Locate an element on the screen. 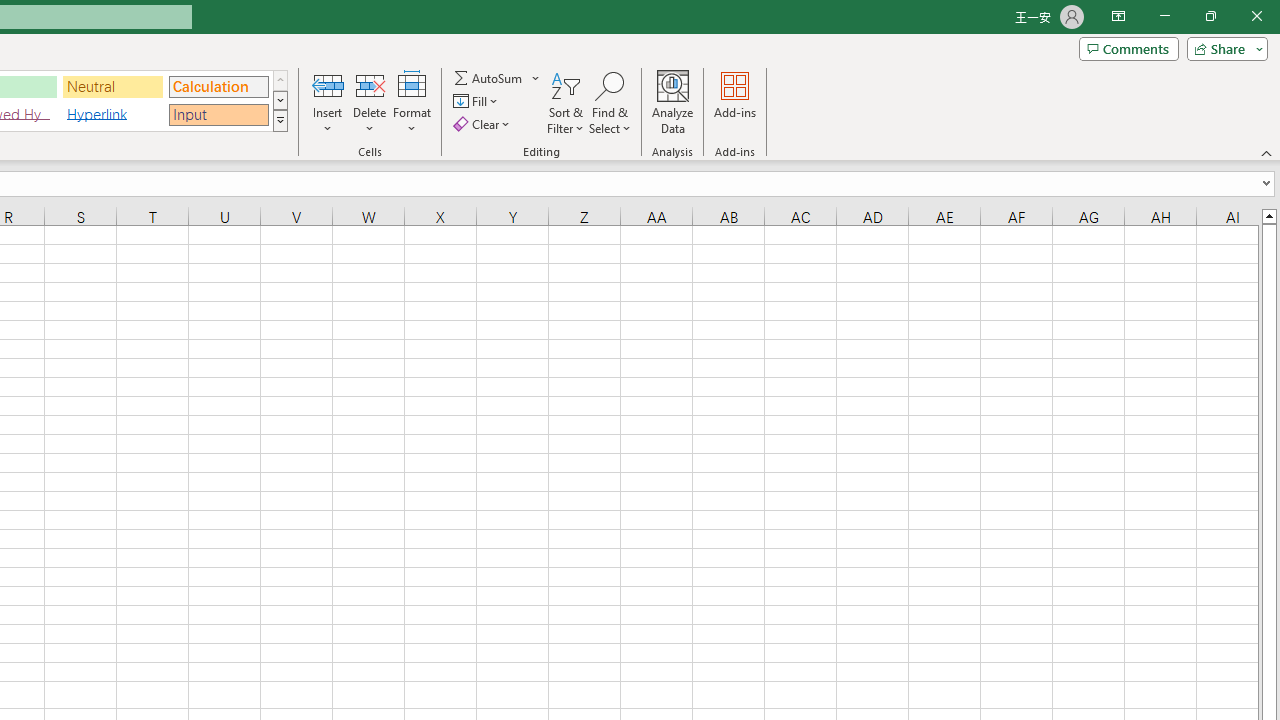 The height and width of the screenshot is (720, 1280). 'Sort & Filter' is located at coordinates (565, 103).